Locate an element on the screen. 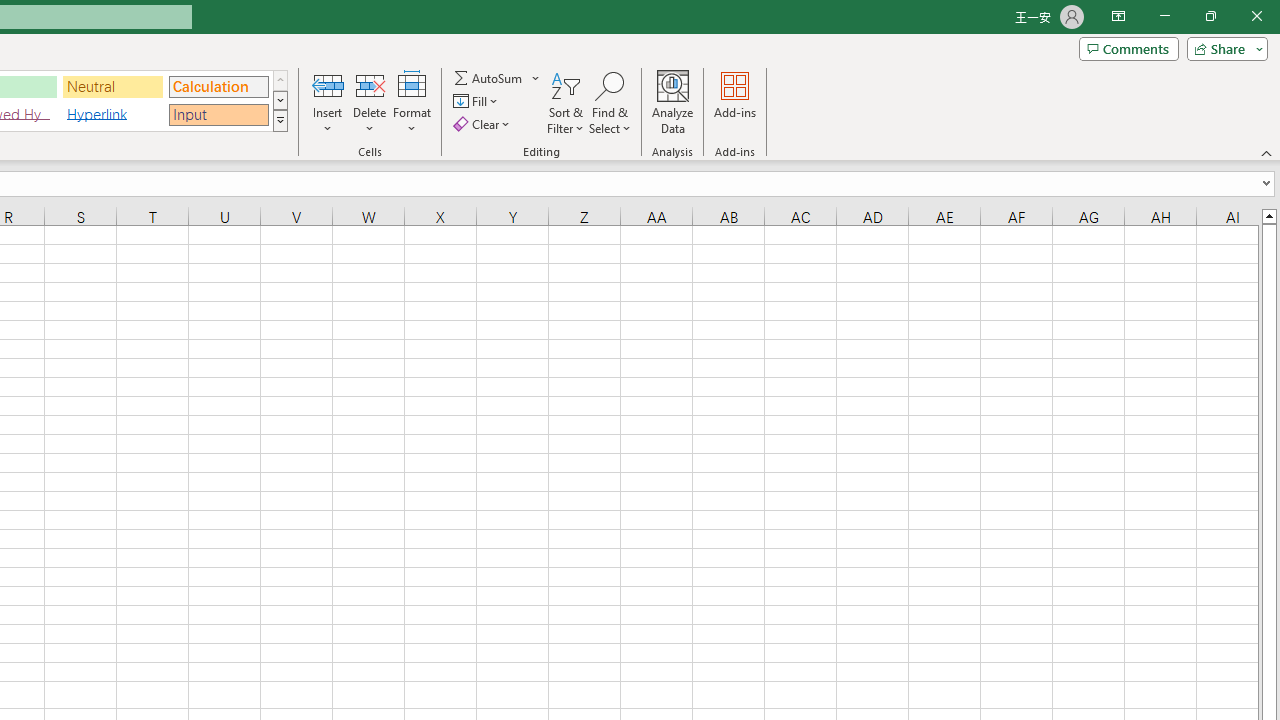 The height and width of the screenshot is (720, 1280). 'Sort & Filter' is located at coordinates (565, 103).